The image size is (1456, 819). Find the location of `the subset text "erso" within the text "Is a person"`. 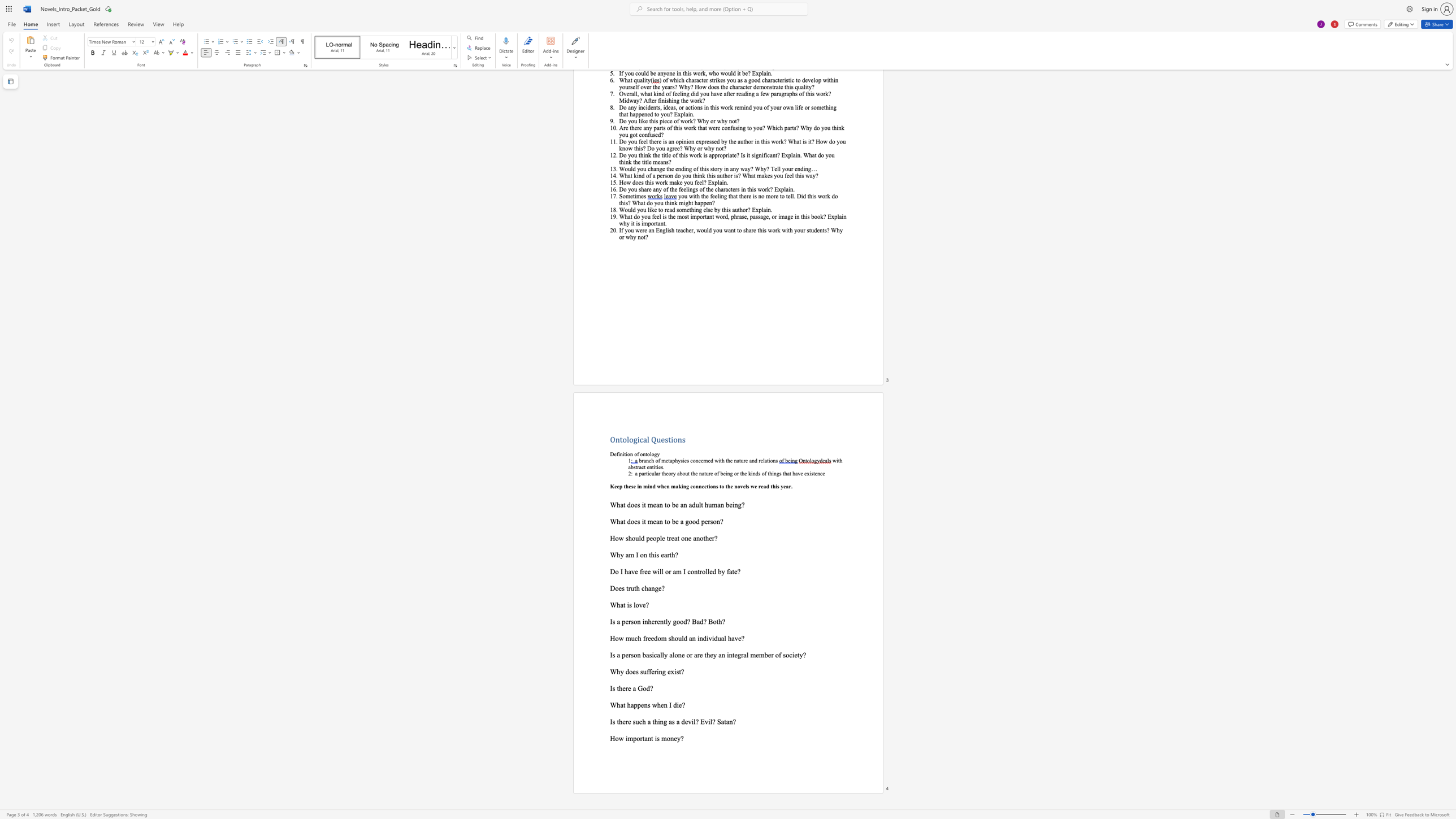

the subset text "erso" within the text "Is a person" is located at coordinates (625, 655).